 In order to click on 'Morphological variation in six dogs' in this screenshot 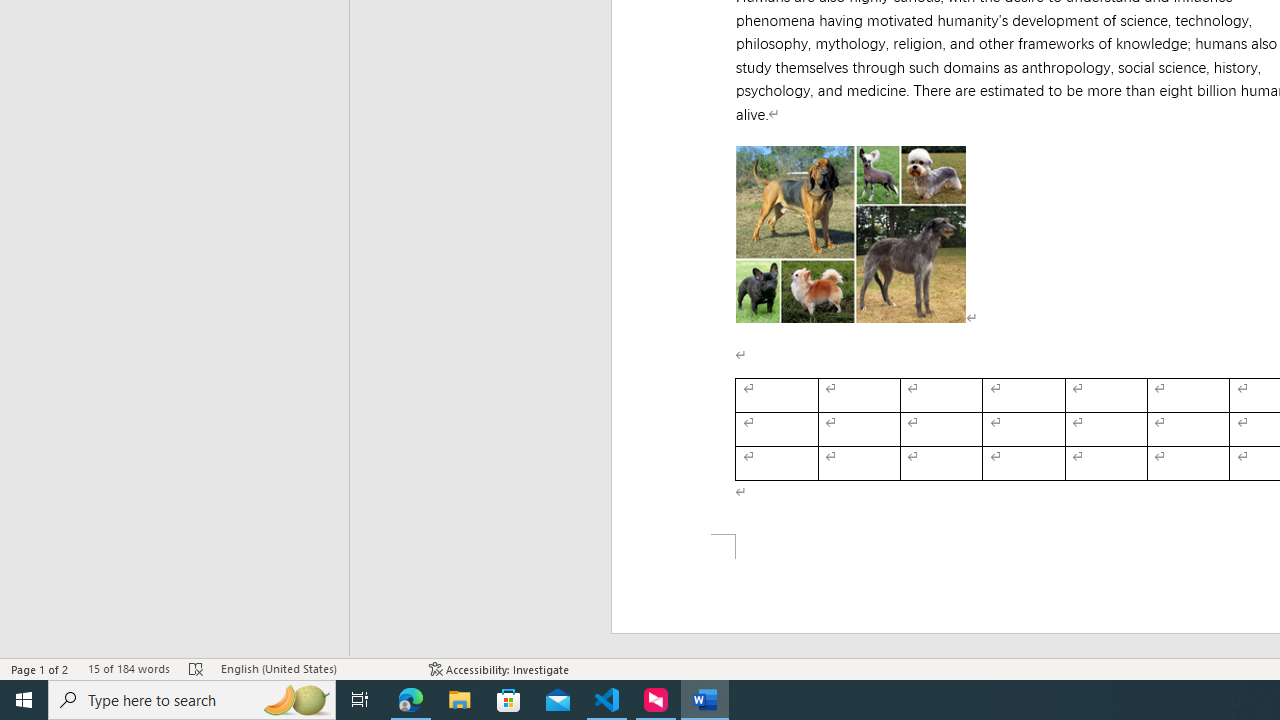, I will do `click(851, 233)`.